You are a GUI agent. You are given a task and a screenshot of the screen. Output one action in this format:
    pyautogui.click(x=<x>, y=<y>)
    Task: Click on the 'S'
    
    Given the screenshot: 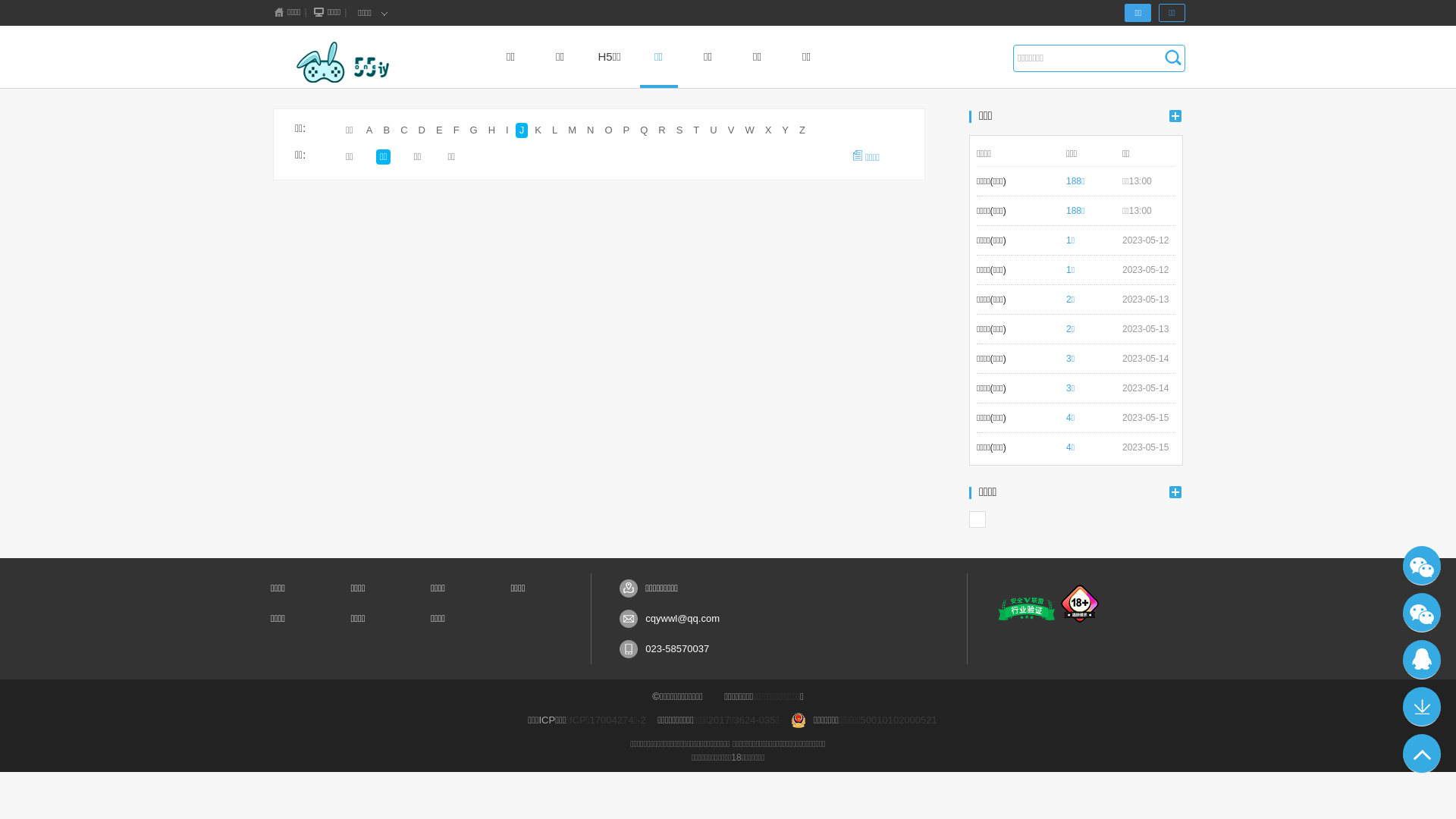 What is the action you would take?
    pyautogui.click(x=679, y=130)
    